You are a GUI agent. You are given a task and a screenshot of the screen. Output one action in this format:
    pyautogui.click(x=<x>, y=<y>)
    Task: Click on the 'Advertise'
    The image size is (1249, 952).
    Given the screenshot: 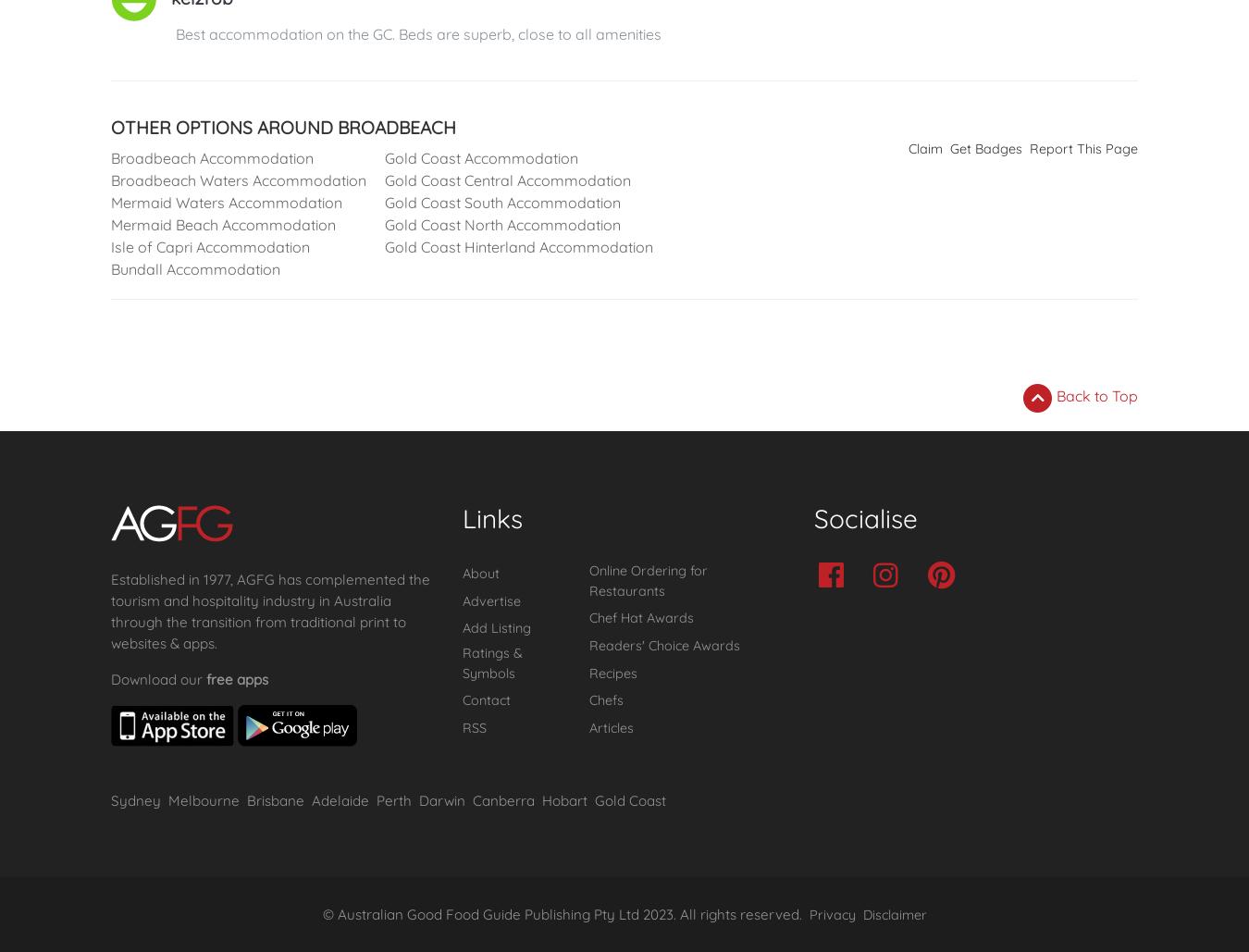 What is the action you would take?
    pyautogui.click(x=490, y=600)
    